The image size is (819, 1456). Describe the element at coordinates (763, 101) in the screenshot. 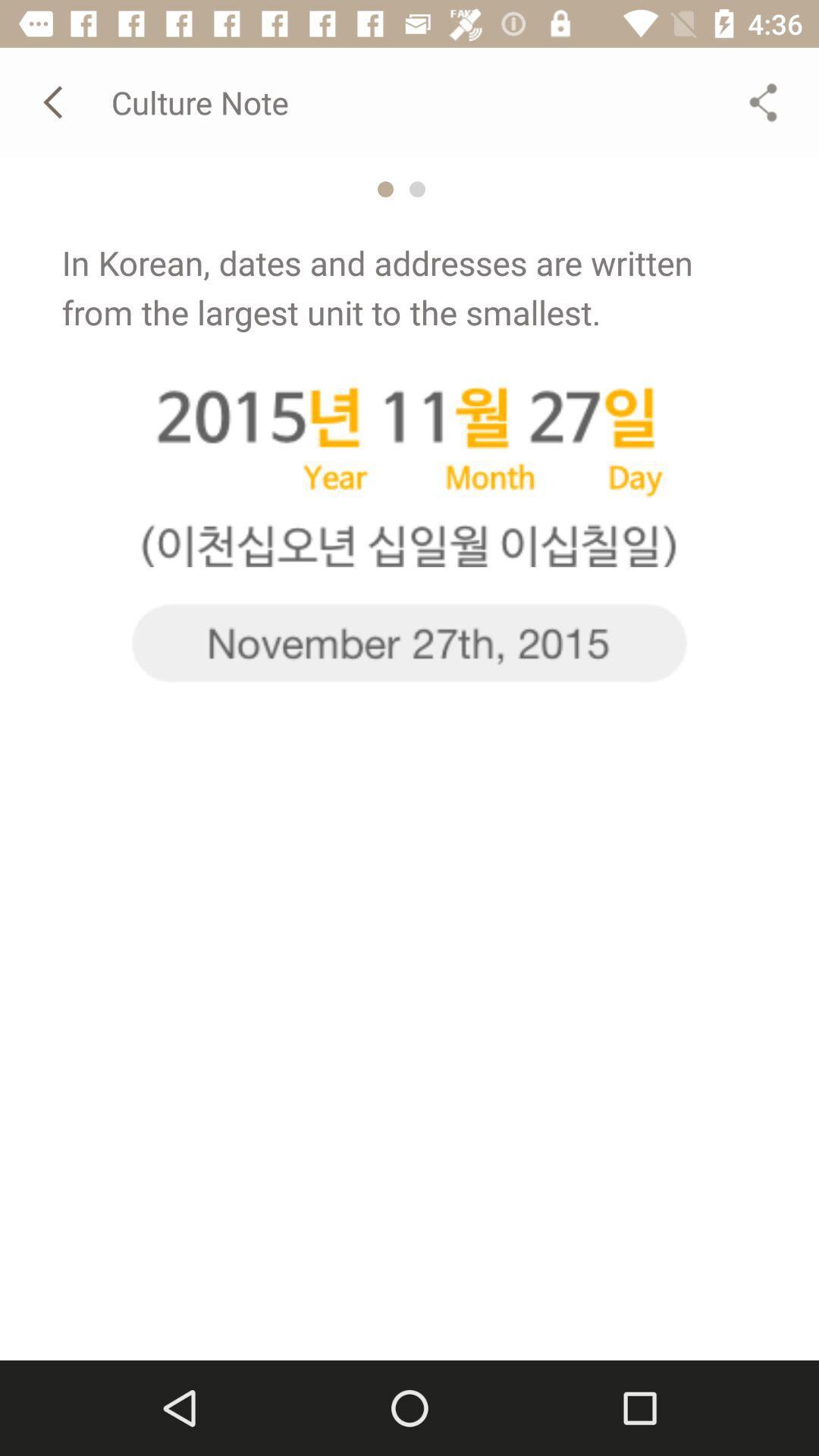

I see `the share icon` at that location.